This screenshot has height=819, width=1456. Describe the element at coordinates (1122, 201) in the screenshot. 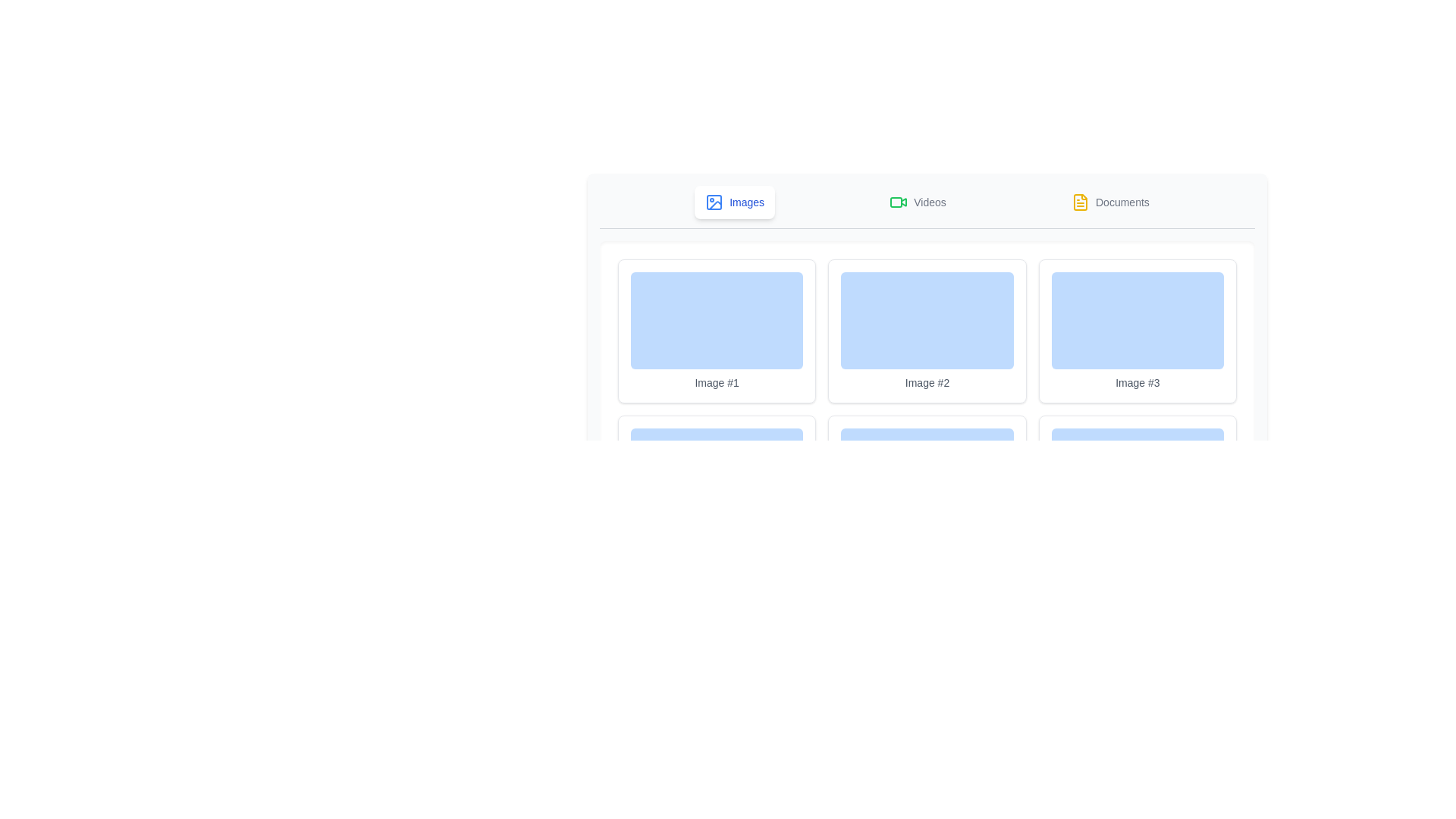

I see `the text label 'Documents' which is styled with a medium font size and gray color, located in the rightmost option of the horizontal menu bar` at that location.